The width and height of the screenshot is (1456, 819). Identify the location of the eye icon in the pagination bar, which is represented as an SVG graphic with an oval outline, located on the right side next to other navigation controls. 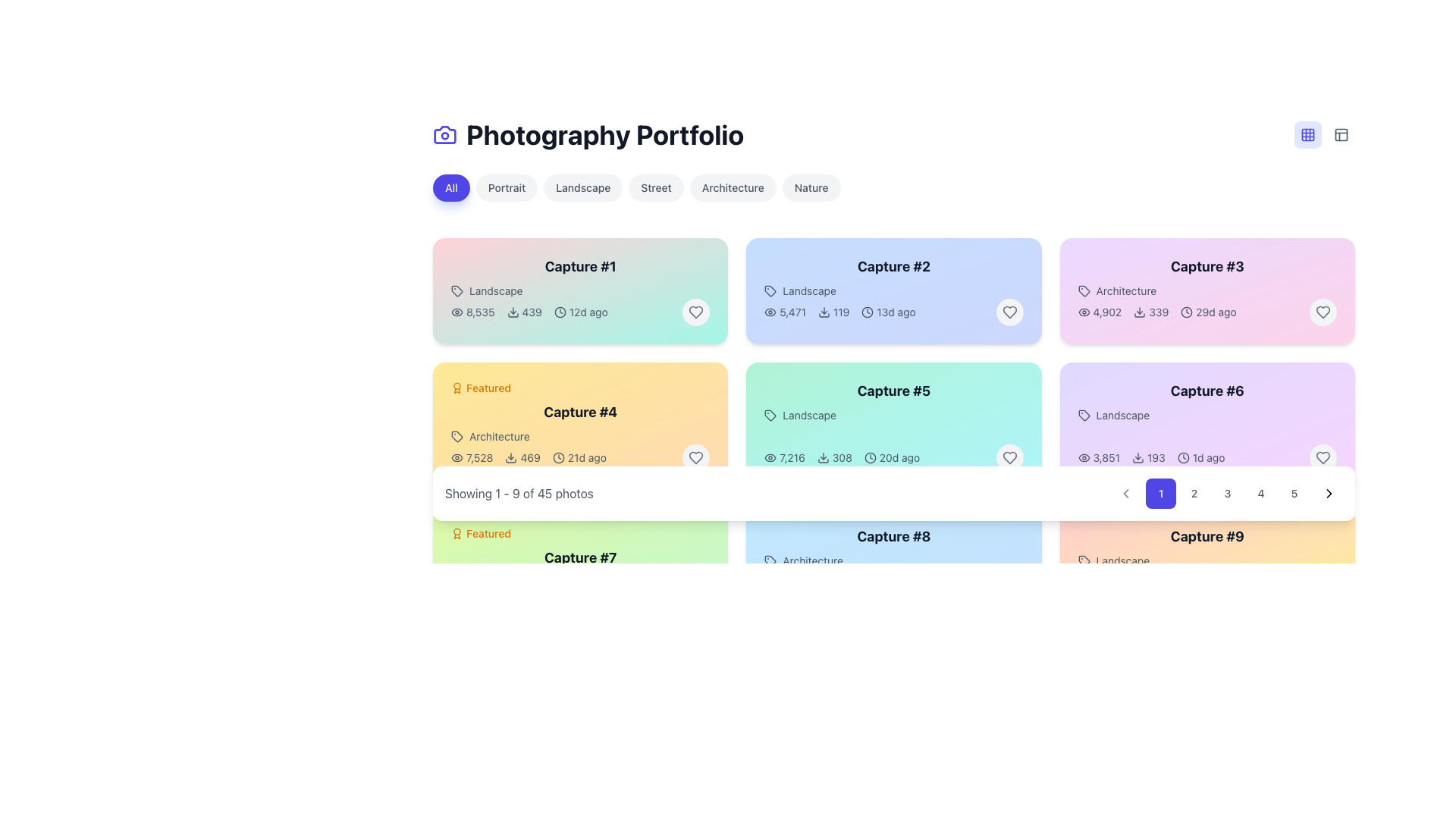
(1083, 312).